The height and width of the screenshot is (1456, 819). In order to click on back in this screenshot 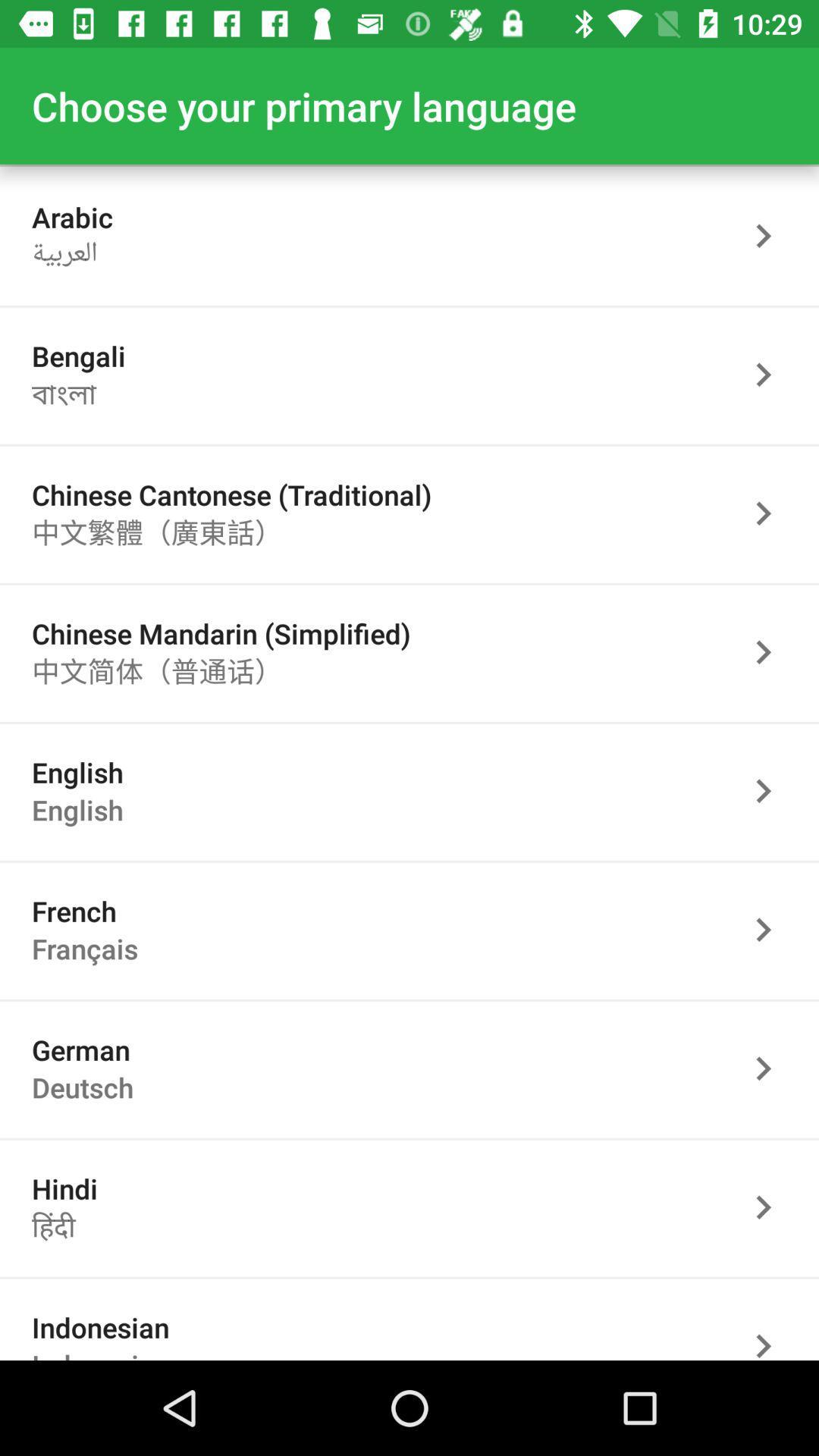, I will do `click(771, 375)`.